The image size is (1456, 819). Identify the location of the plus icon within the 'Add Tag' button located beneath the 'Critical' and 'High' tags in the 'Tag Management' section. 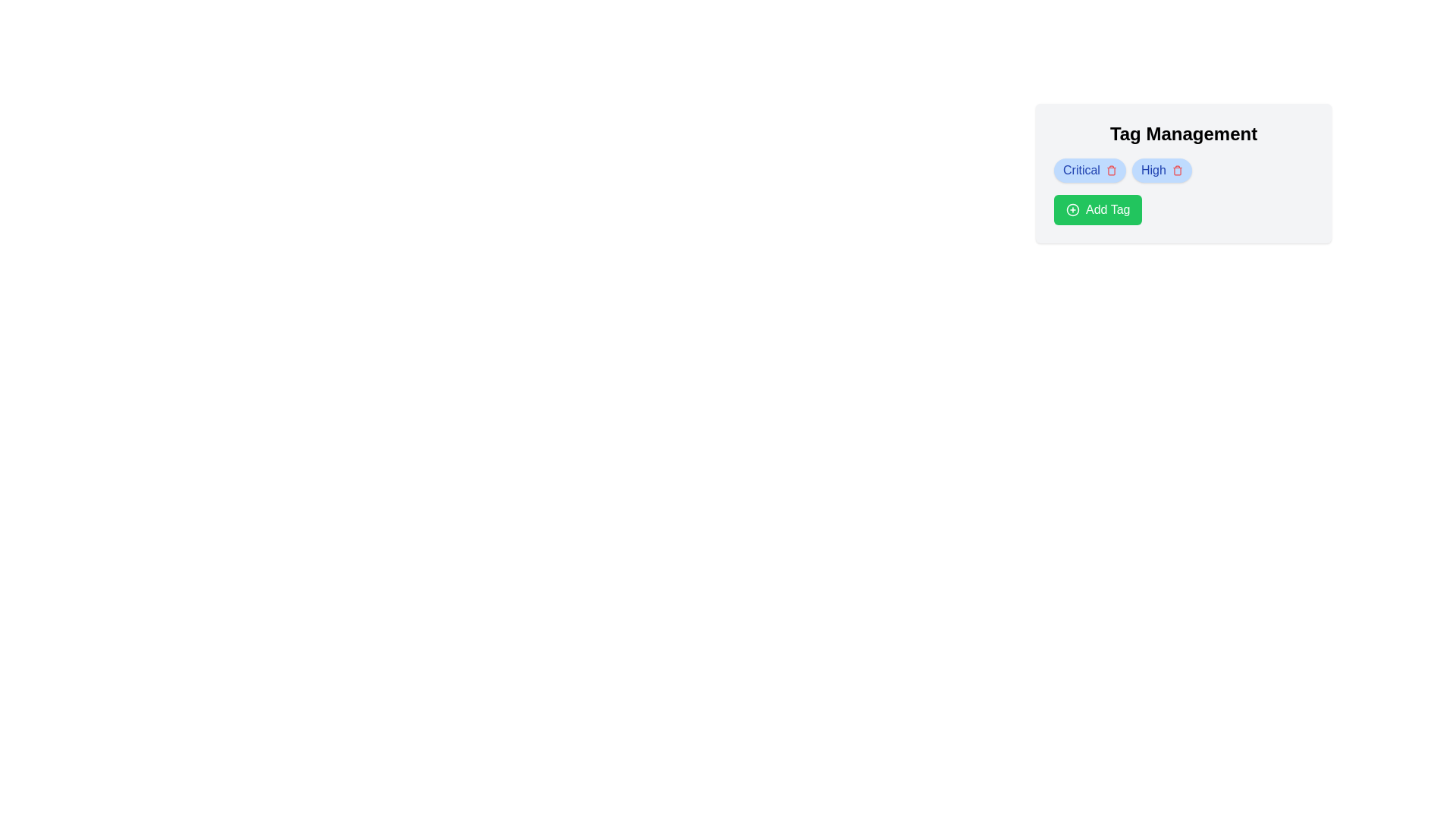
(1072, 210).